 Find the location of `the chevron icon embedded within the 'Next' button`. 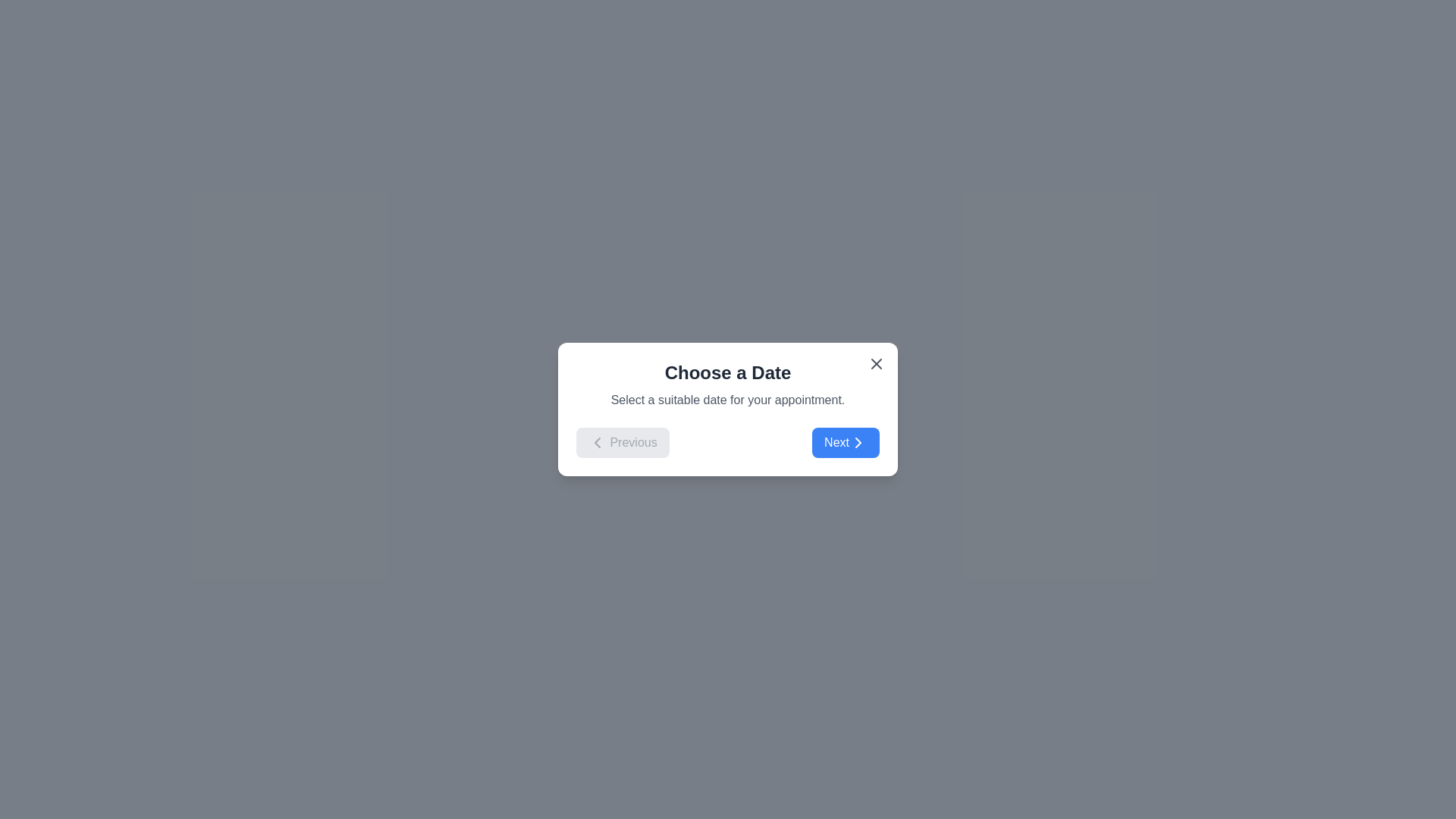

the chevron icon embedded within the 'Next' button is located at coordinates (858, 442).